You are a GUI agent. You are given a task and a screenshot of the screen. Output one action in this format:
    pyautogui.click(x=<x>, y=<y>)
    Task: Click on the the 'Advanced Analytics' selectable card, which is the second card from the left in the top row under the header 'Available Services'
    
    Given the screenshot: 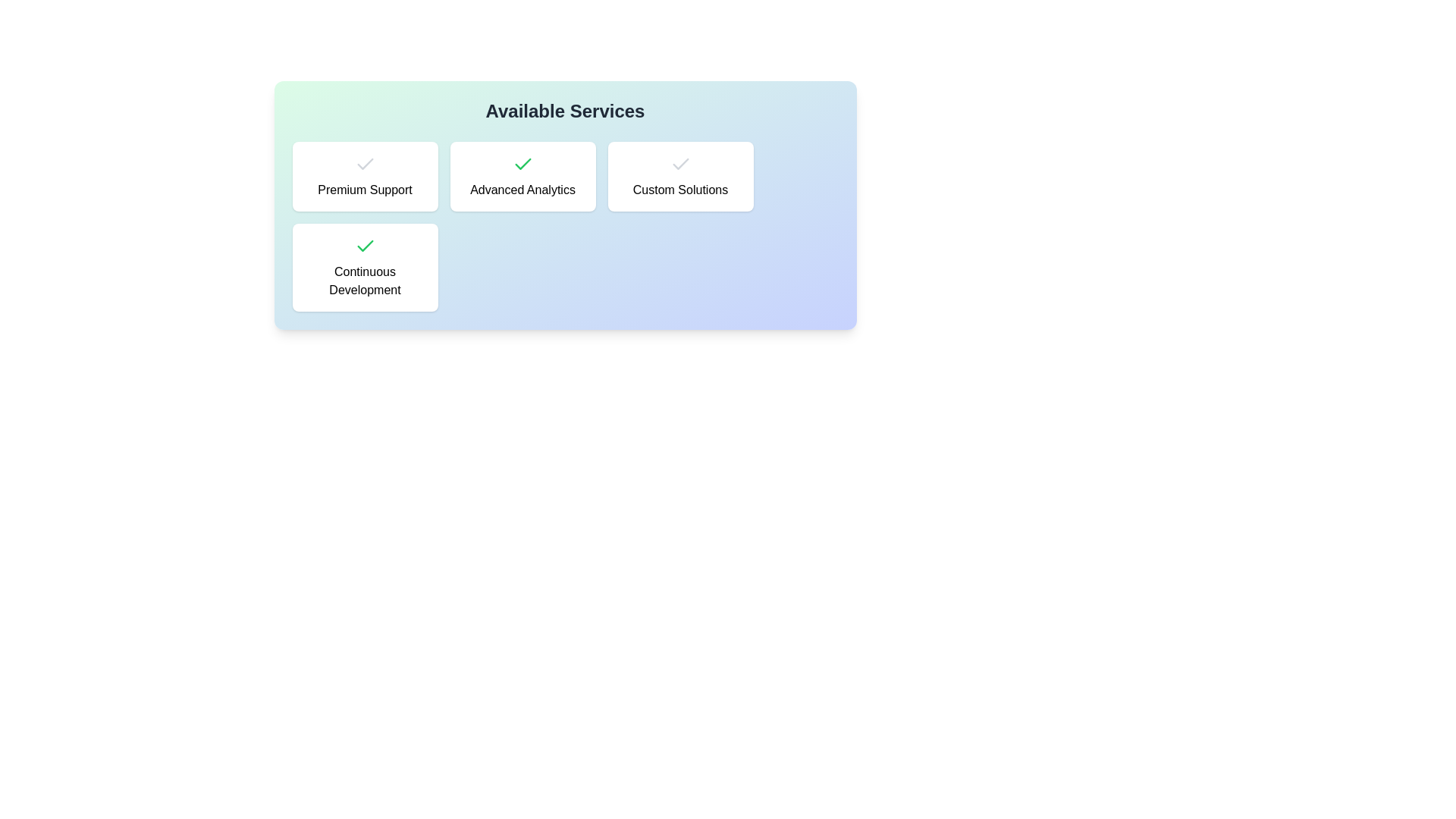 What is the action you would take?
    pyautogui.click(x=564, y=205)
    